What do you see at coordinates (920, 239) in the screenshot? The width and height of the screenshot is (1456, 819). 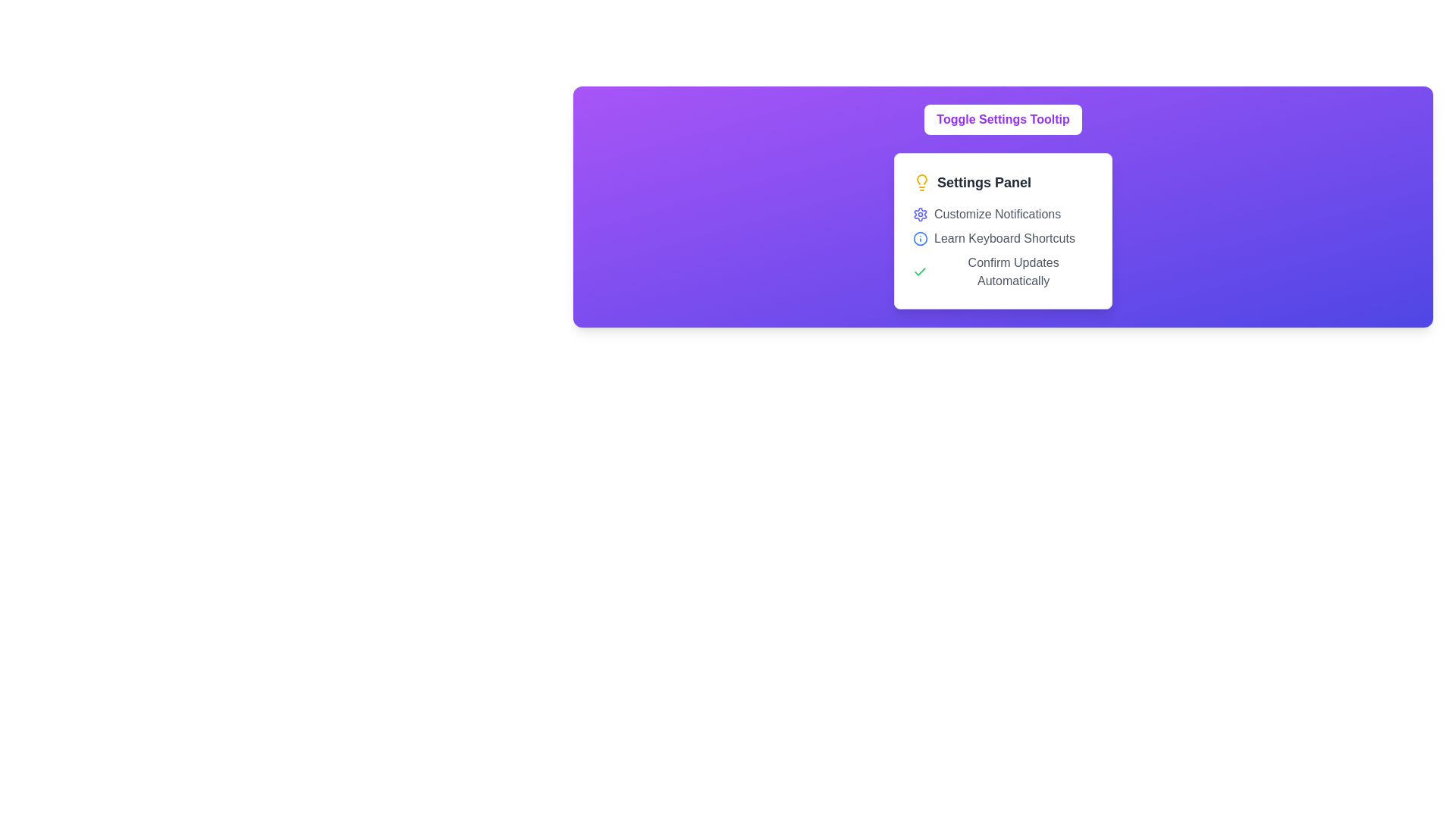 I see `the circular icon with a blue border and blue symbol, which is located to the left of the text 'Learn Keyboard Shortcuts' in the Settings Panel` at bounding box center [920, 239].